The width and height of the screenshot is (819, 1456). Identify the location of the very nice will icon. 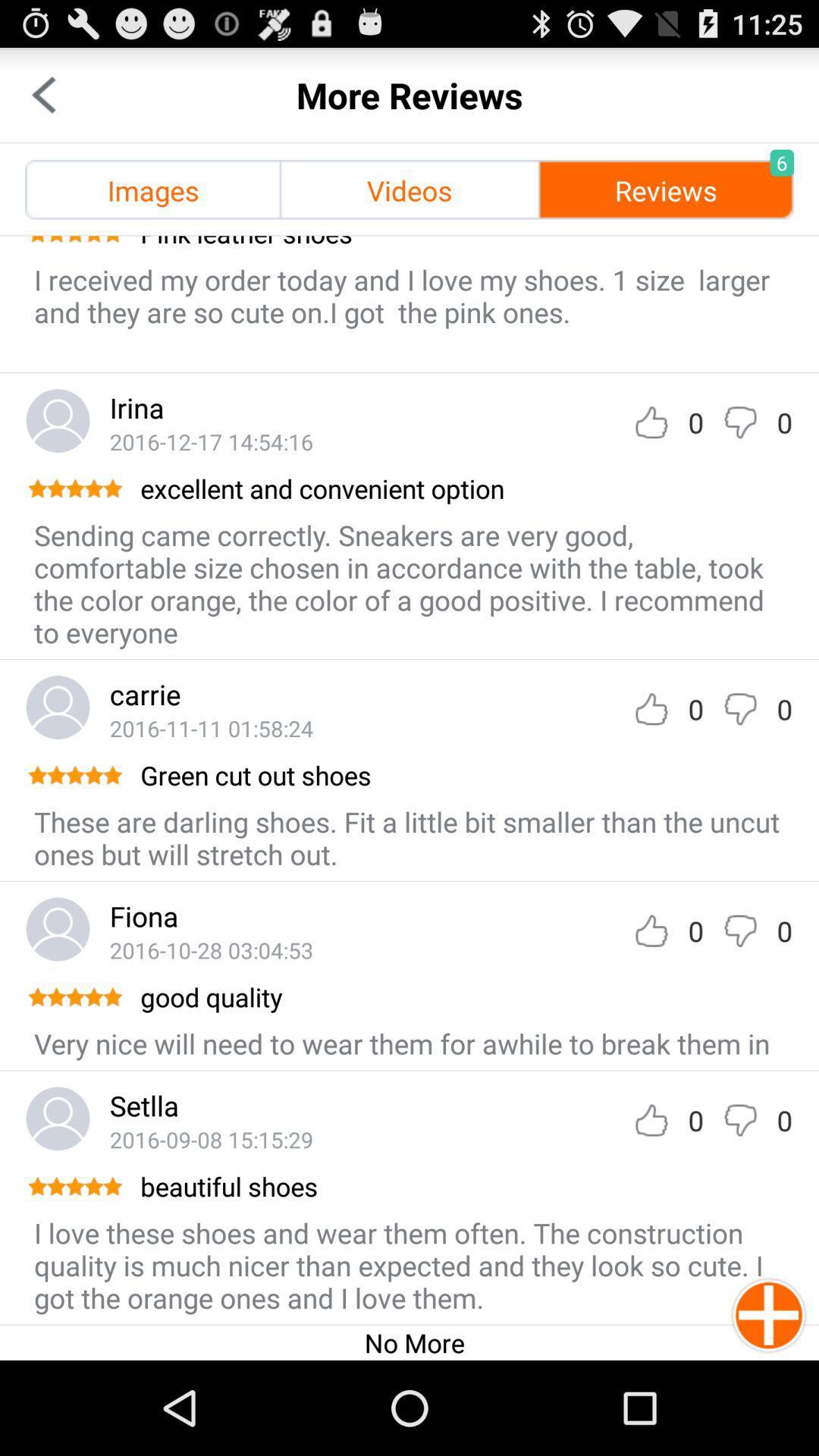
(401, 1043).